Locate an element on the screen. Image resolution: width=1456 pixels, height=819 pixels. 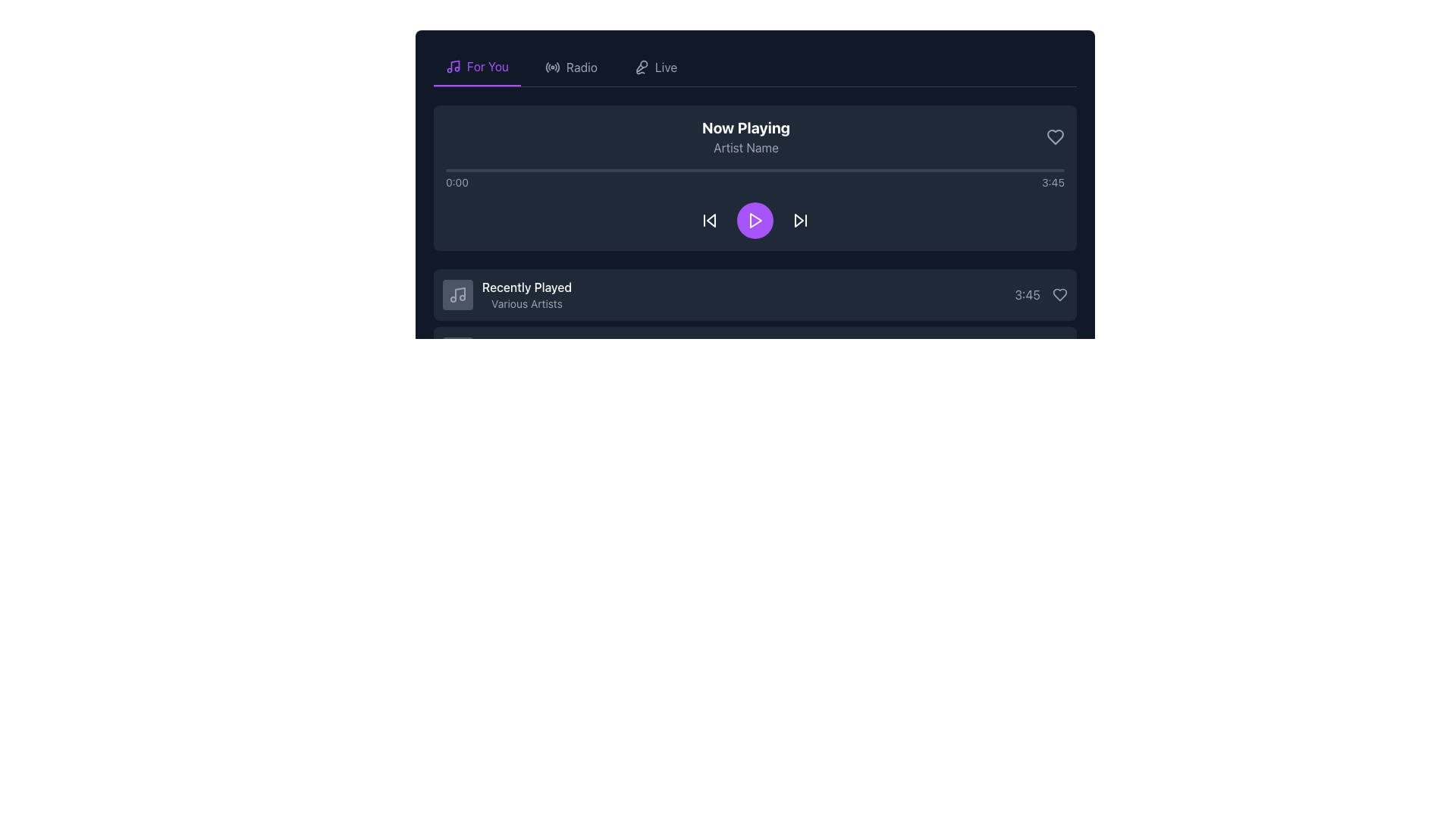
the favorite icon button located at the top-right corner of the 'Now Playing' section to mark the currently playing item as a favorite is located at coordinates (1055, 137).